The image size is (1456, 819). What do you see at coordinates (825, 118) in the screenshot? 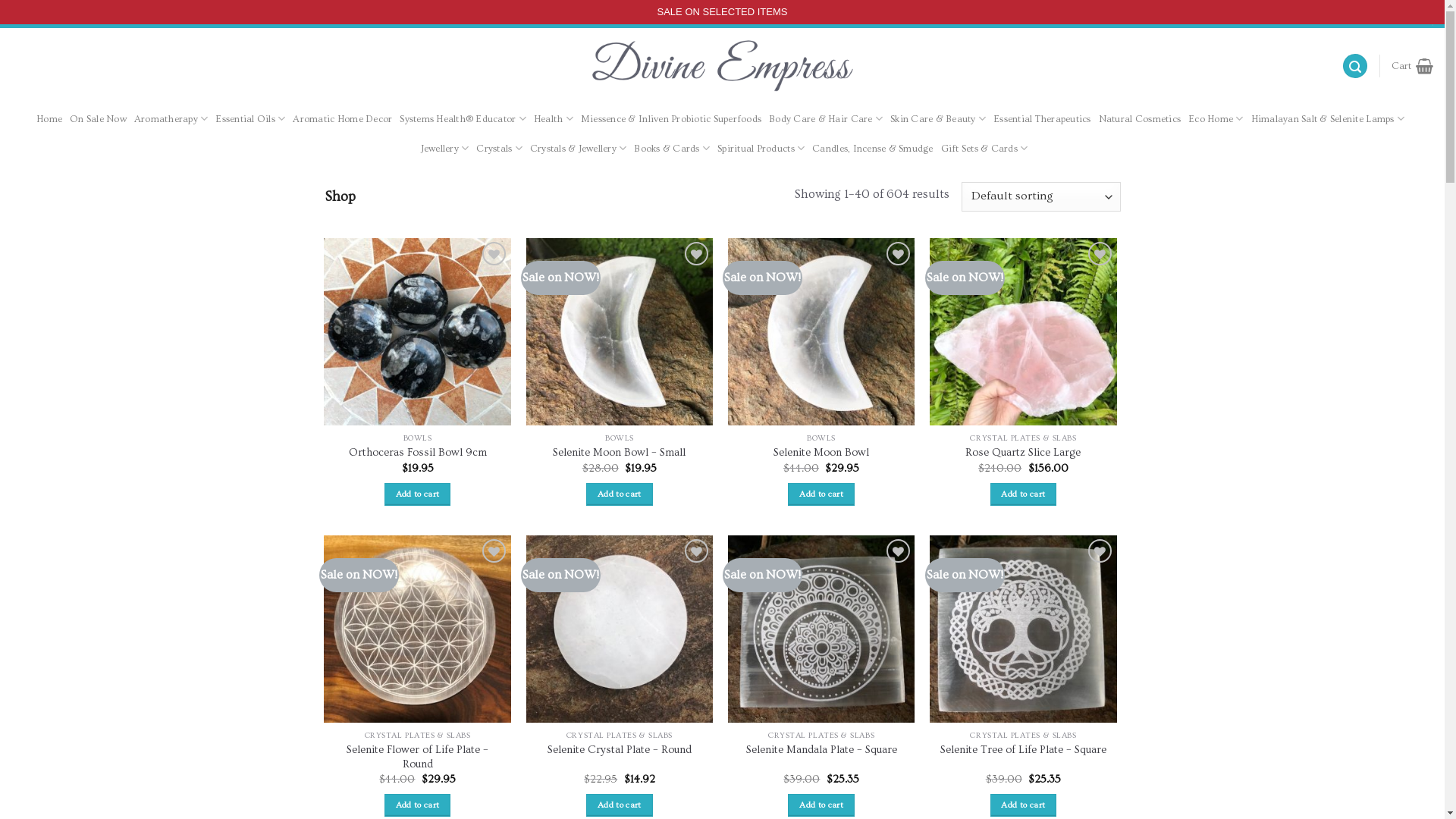
I see `'Body Care & Hair Care'` at bounding box center [825, 118].